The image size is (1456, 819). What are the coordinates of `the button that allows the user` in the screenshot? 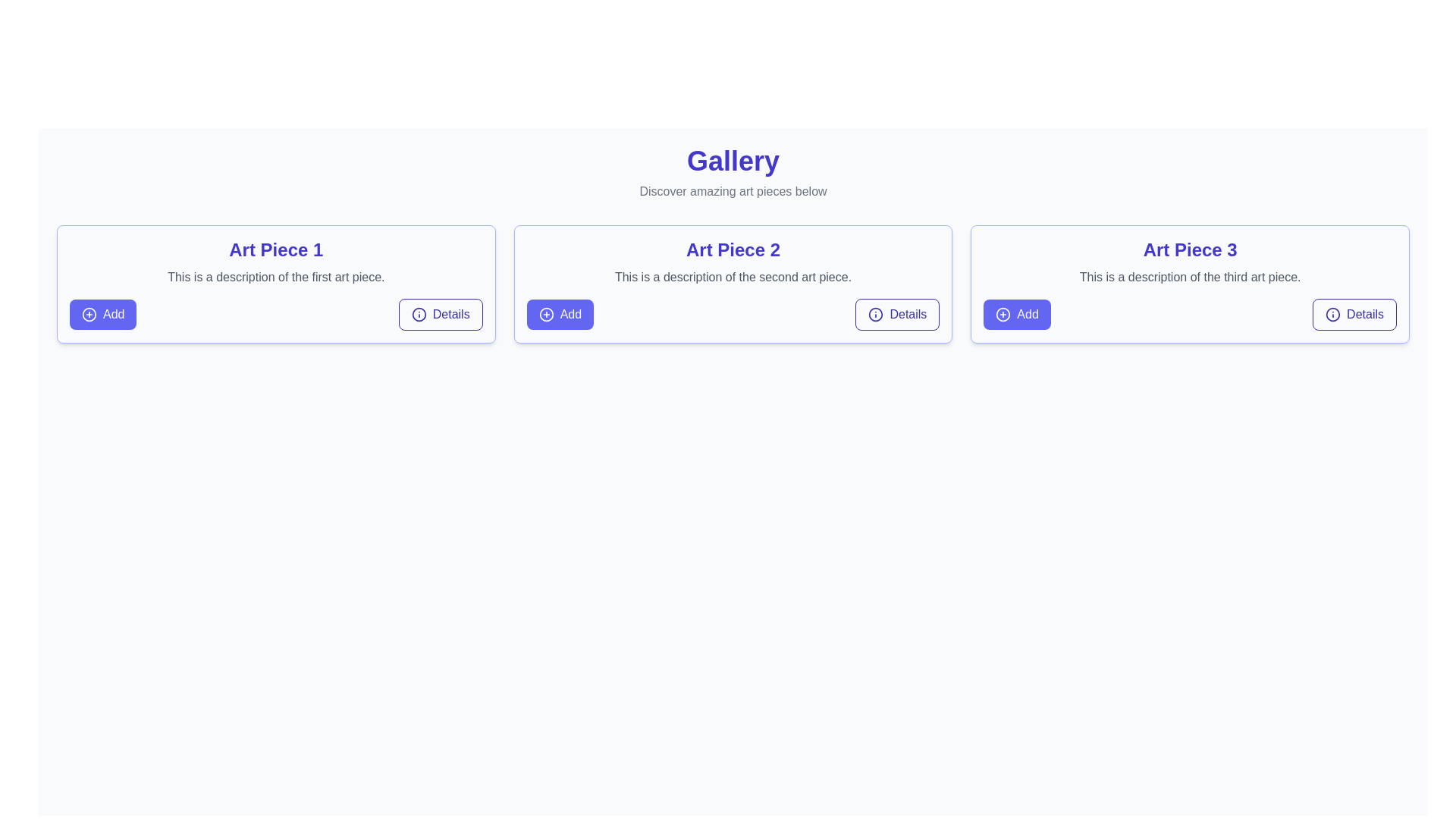 It's located at (1017, 314).